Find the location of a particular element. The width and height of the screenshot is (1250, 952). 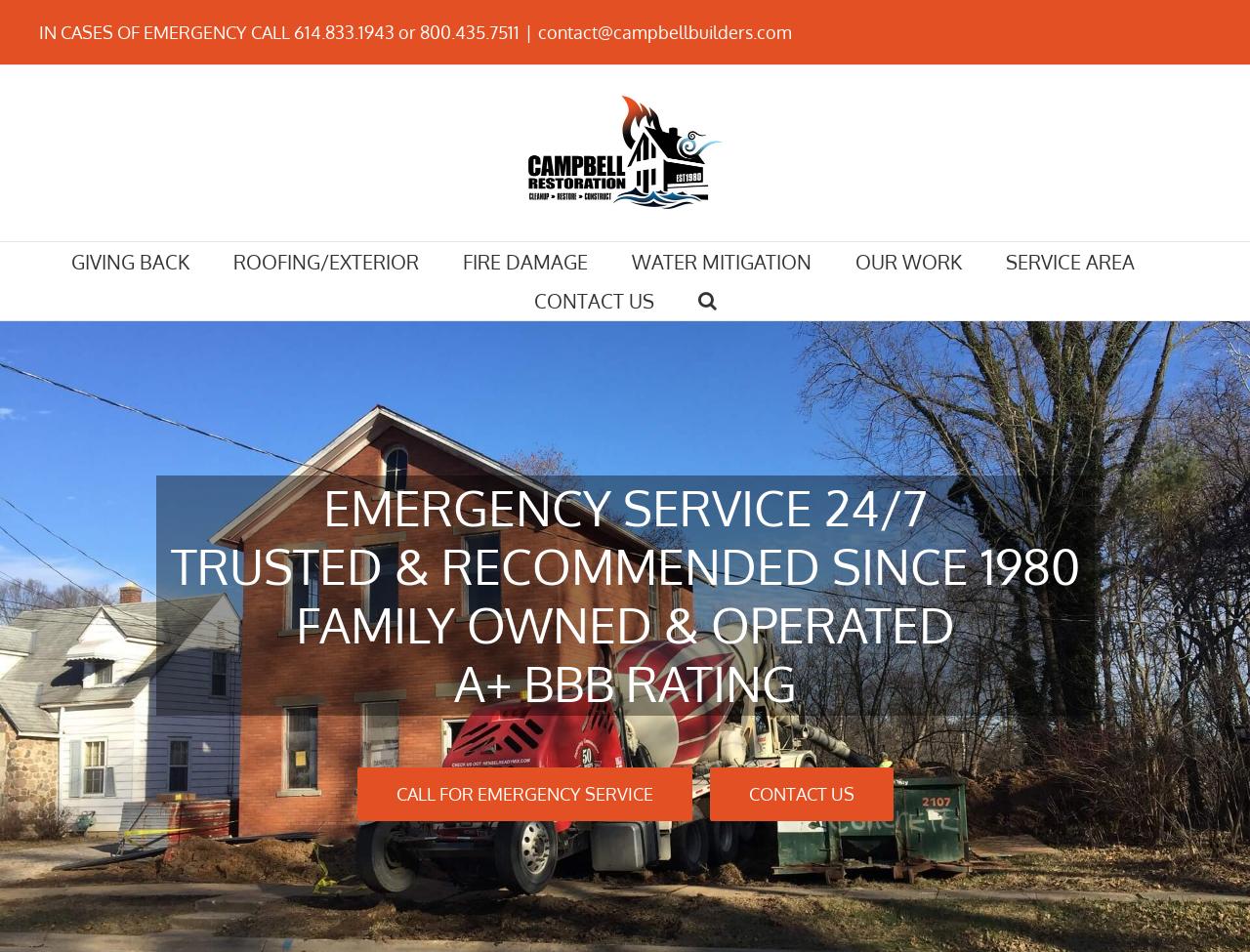

'contact@campbellbuilders.com' is located at coordinates (664, 31).